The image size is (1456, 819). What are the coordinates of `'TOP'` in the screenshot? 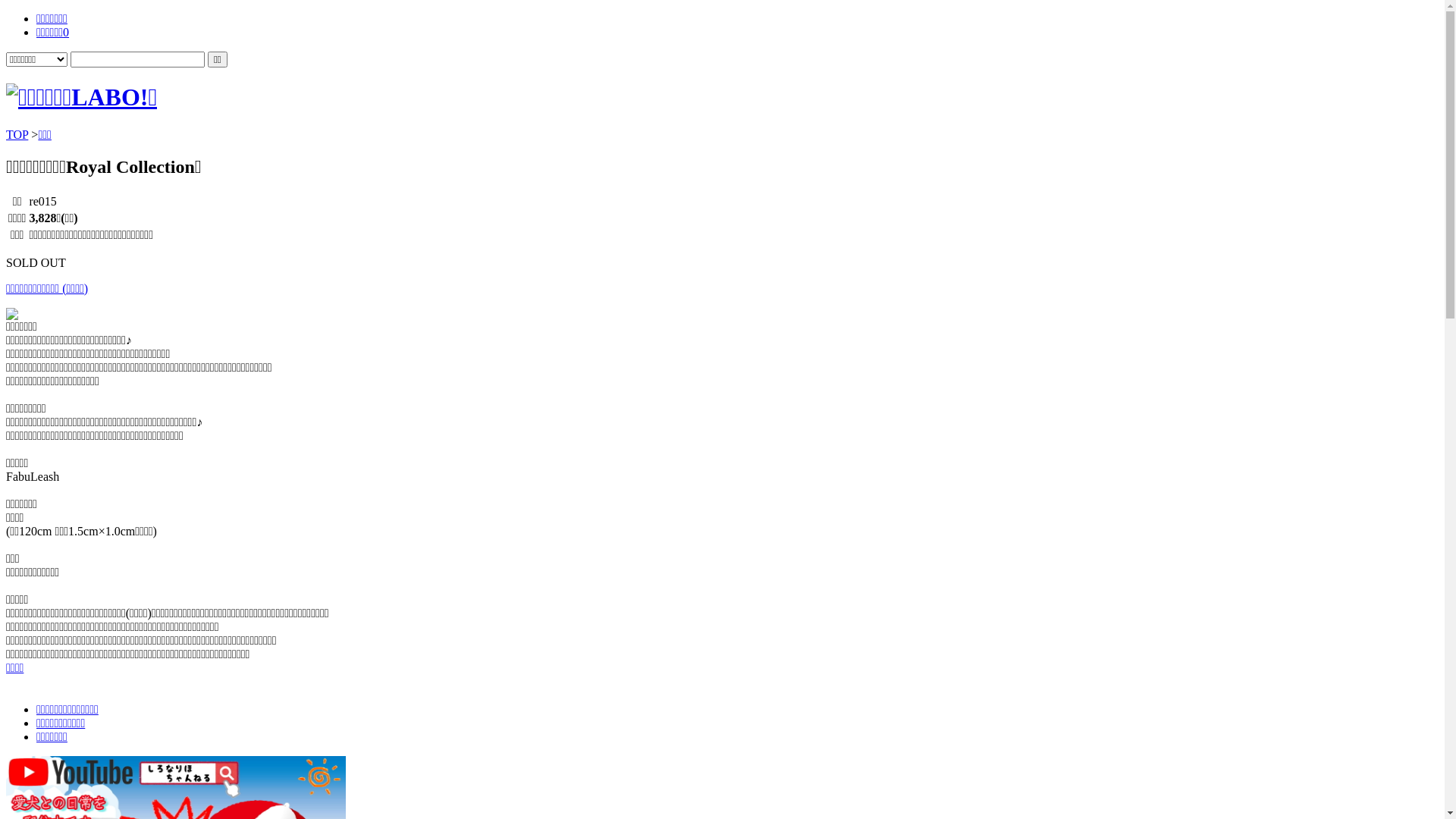 It's located at (17, 133).